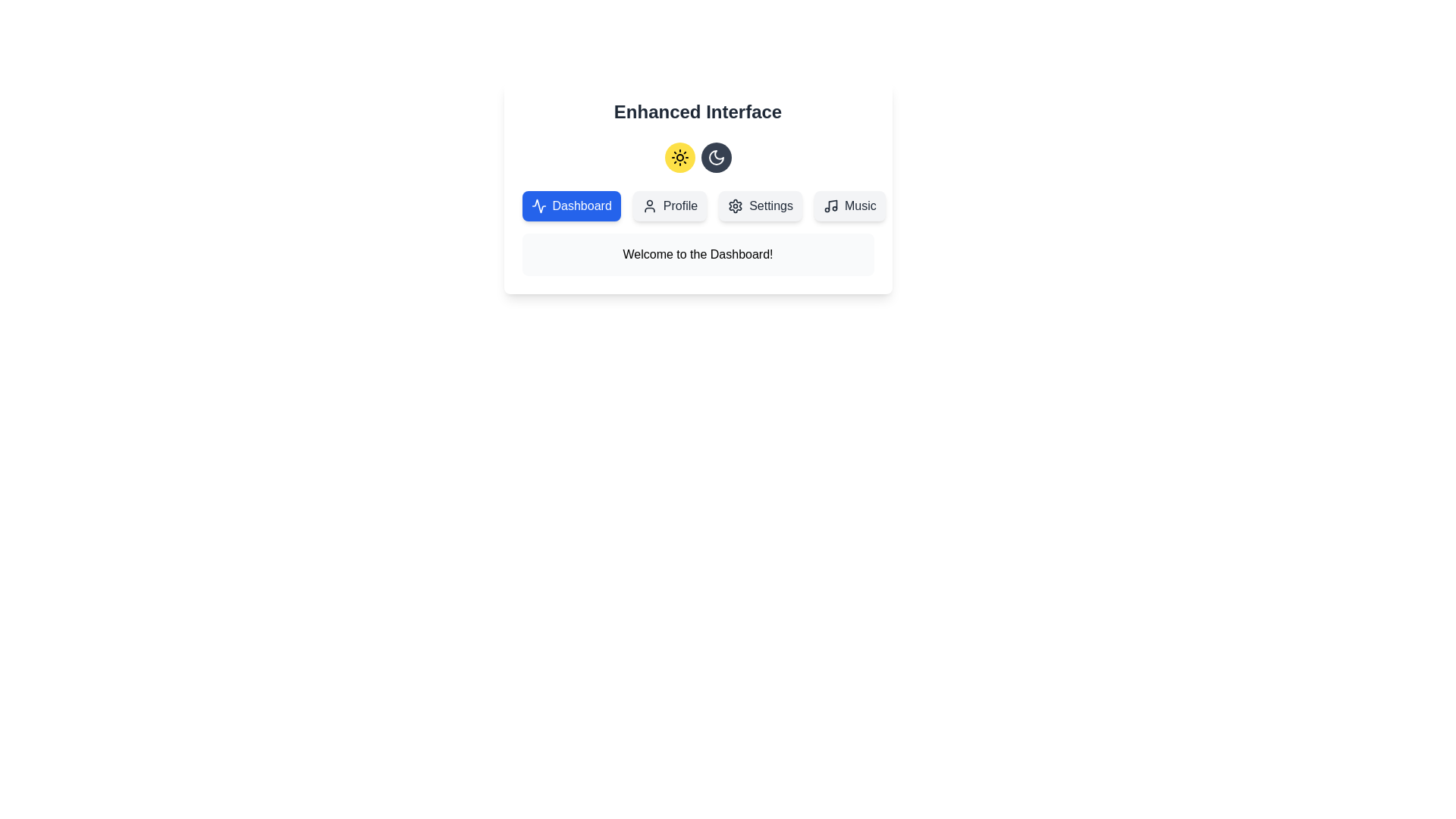 This screenshot has height=819, width=1456. Describe the element at coordinates (679, 158) in the screenshot. I see `the circular sun icon button with a yellow background` at that location.